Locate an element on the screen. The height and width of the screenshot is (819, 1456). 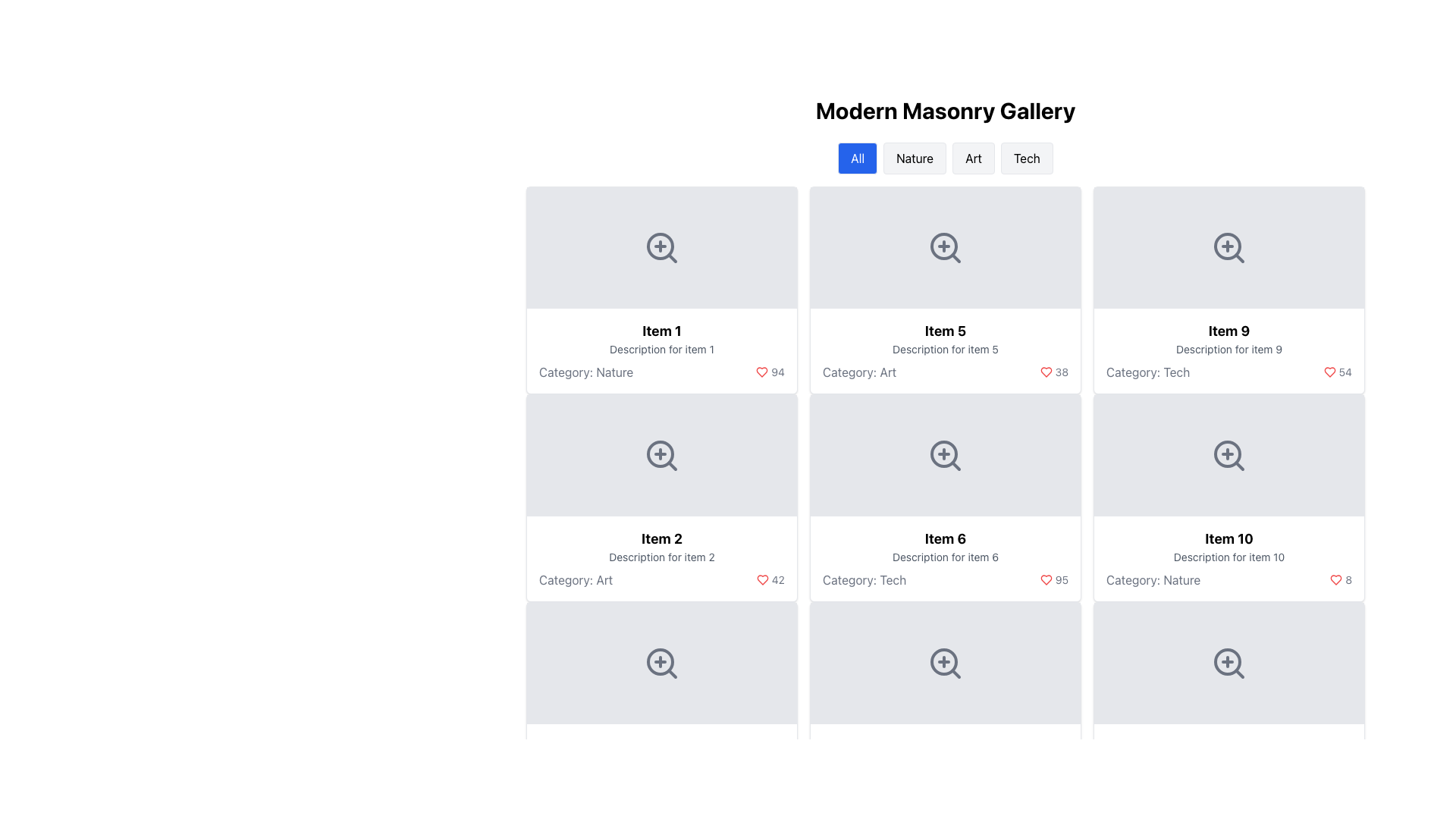
the like icon displaying '95' likes for 'Item 6' located in the lower-right corner of the card in the second column and second row of the grid layout, next to 'Category: Tech' is located at coordinates (1053, 579).